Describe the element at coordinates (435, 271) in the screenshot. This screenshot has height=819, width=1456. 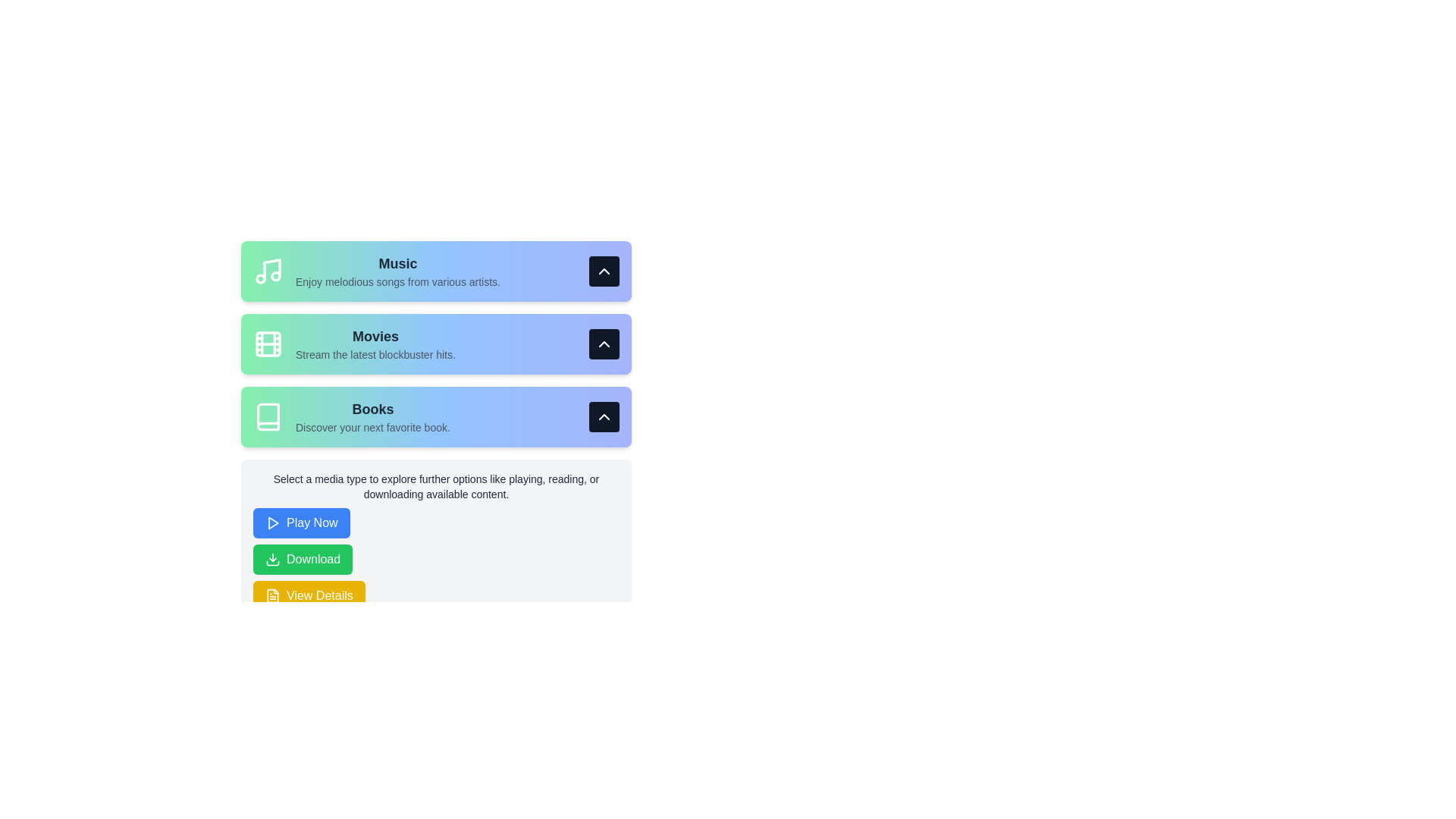
I see `the Informational panel that introduces the 'Music' section, which is the topmost panel in the media options layout` at that location.